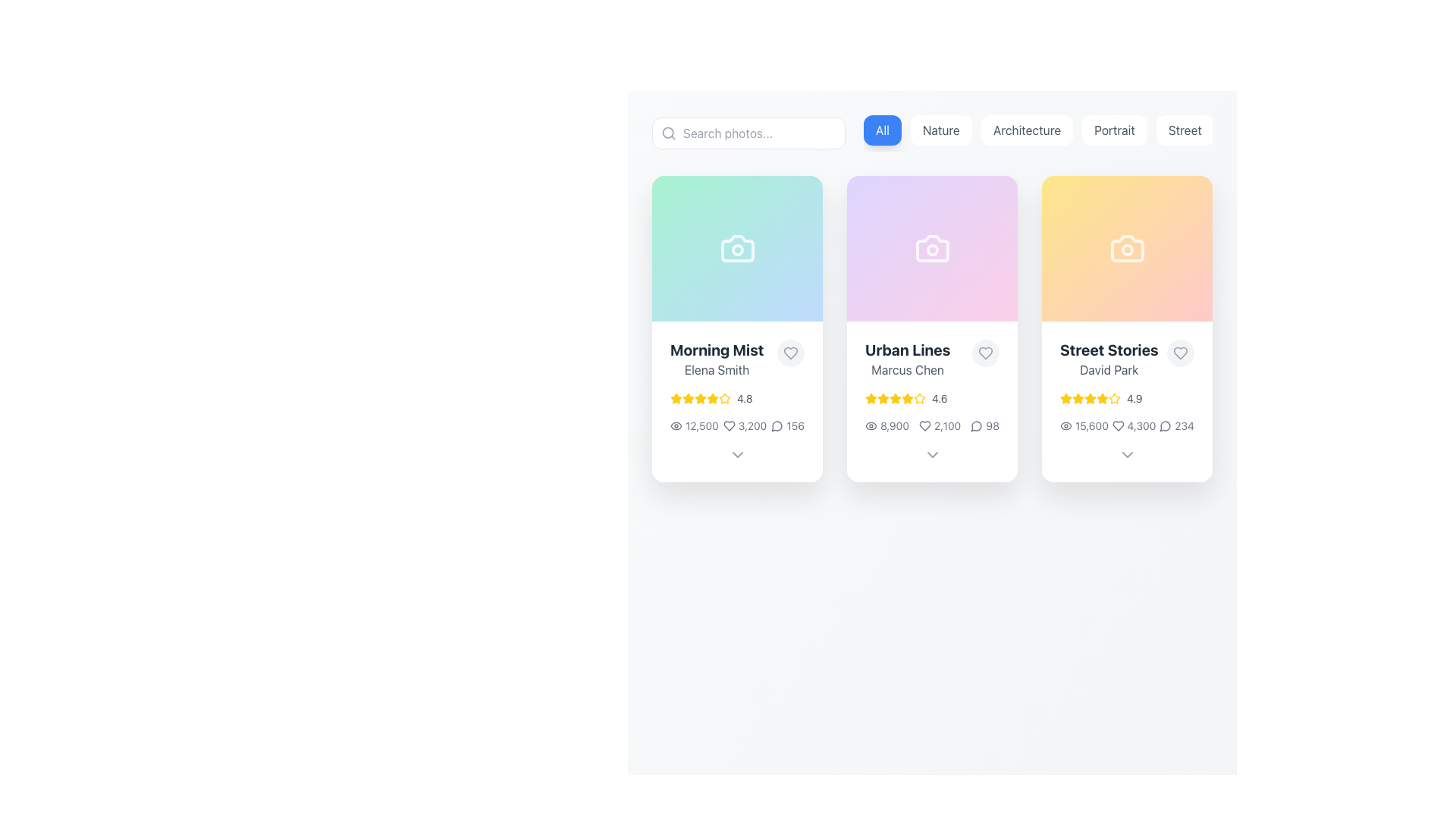  What do you see at coordinates (1179, 353) in the screenshot?
I see `the heart icon located in the upper right section of the third card titled 'Street Stories'` at bounding box center [1179, 353].